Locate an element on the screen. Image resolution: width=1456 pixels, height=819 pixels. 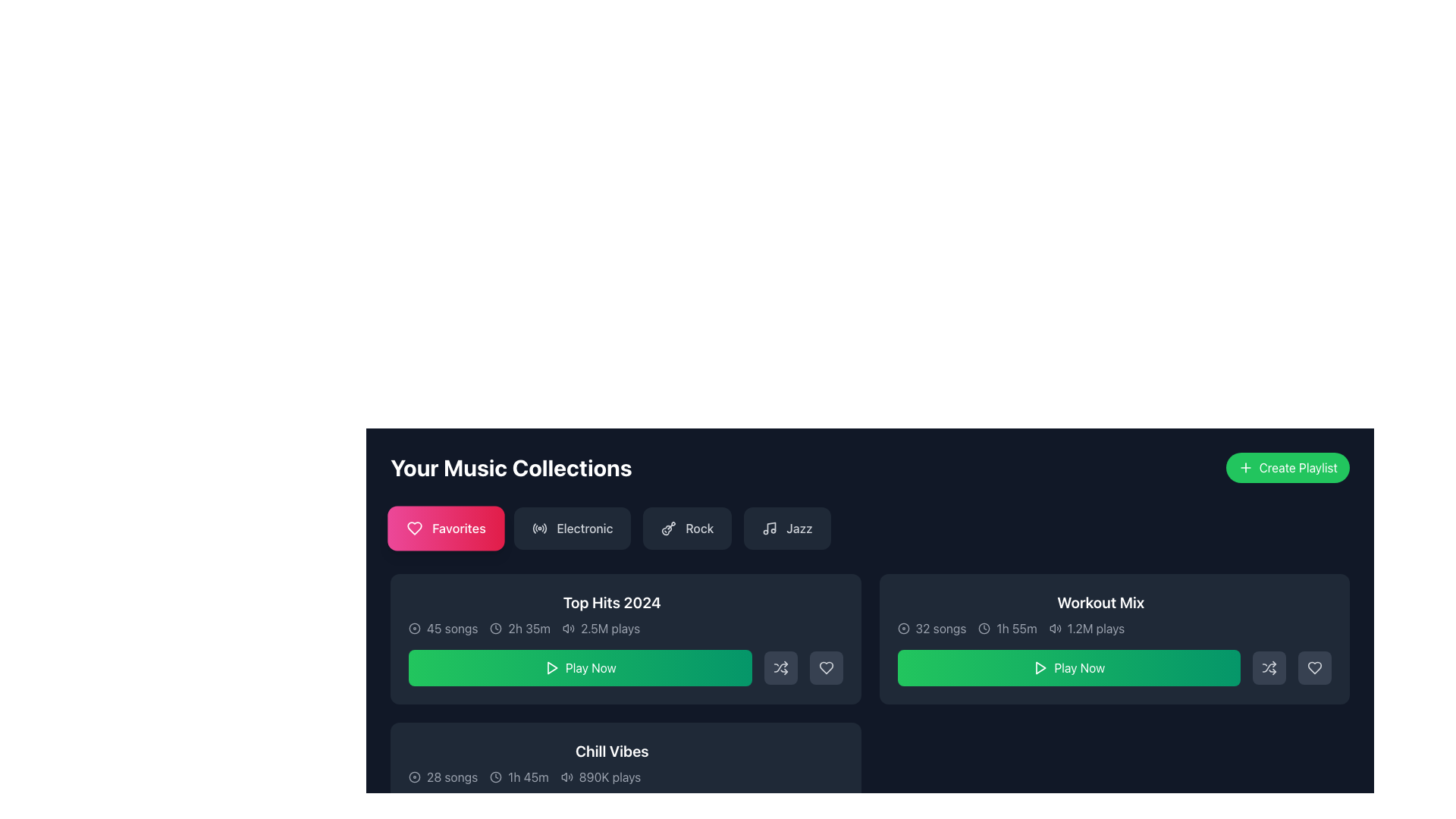
the 'Top Hits 2024' playlist information display element, which includes details such as '45 songs', '2h 35m', and '2.5M plays', located in the middle section of the interface above the green 'Play Now' button is located at coordinates (626, 614).